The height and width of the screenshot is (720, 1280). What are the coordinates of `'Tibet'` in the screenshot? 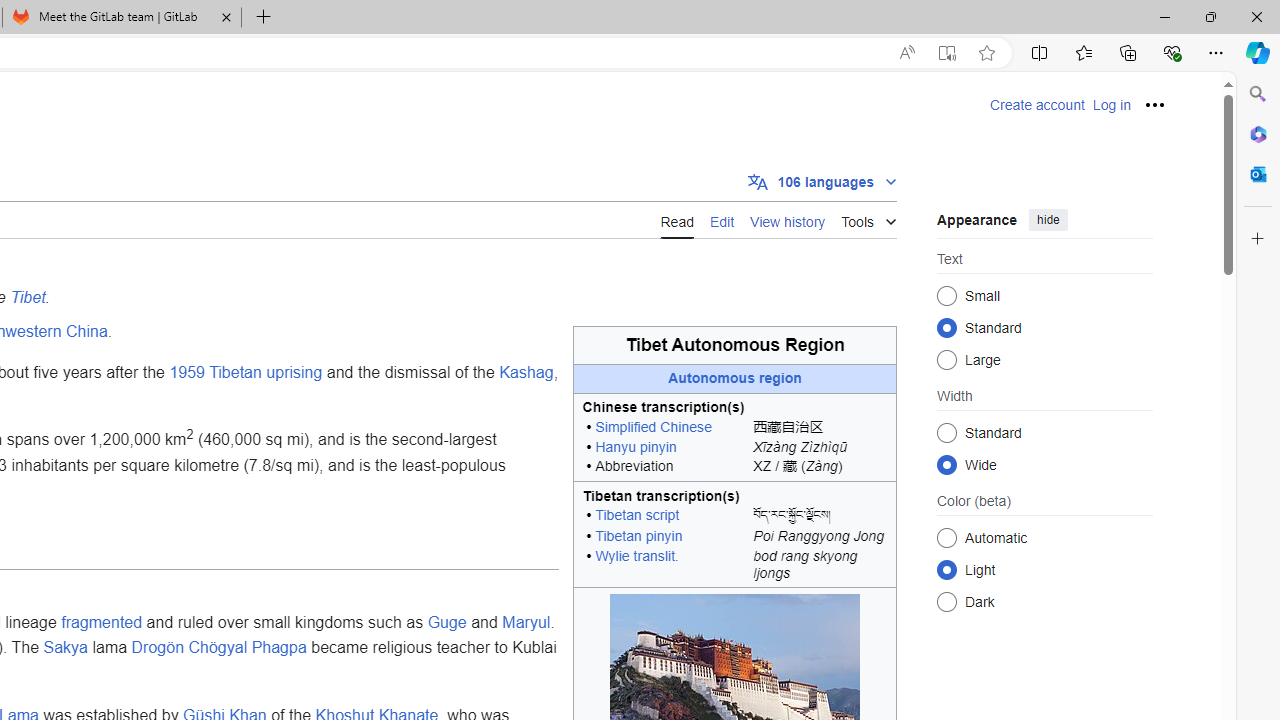 It's located at (28, 297).